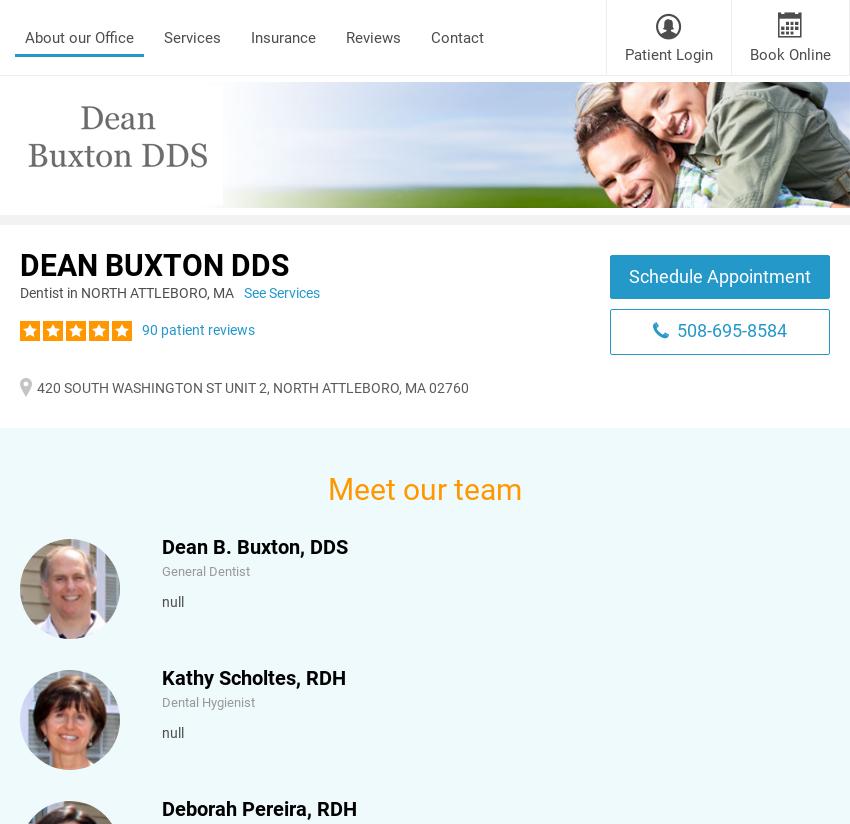 This screenshot has height=824, width=850. Describe the element at coordinates (282, 37) in the screenshot. I see `'Insurance'` at that location.